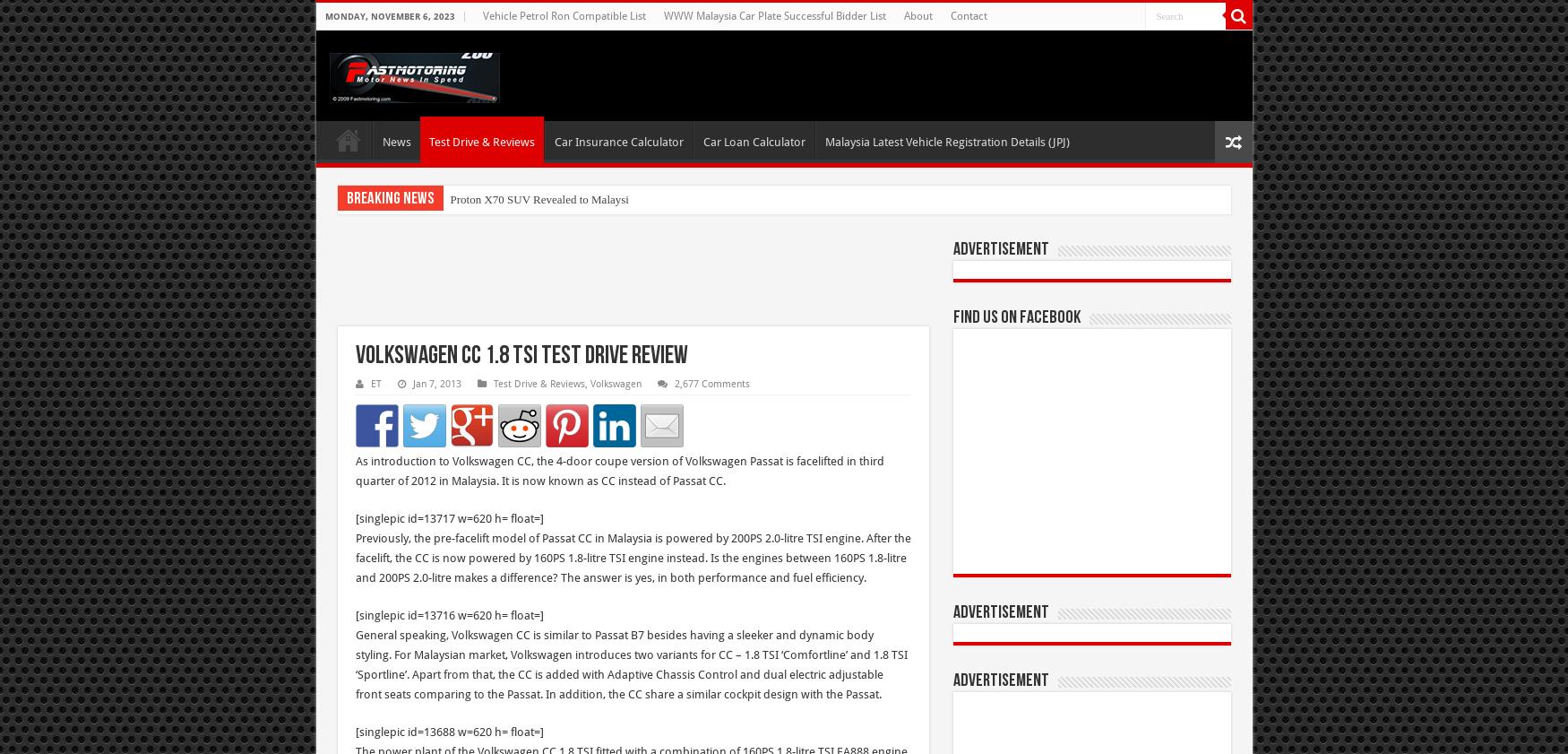 The height and width of the screenshot is (754, 1568). I want to click on 'Jan 7, 2013', so click(412, 384).